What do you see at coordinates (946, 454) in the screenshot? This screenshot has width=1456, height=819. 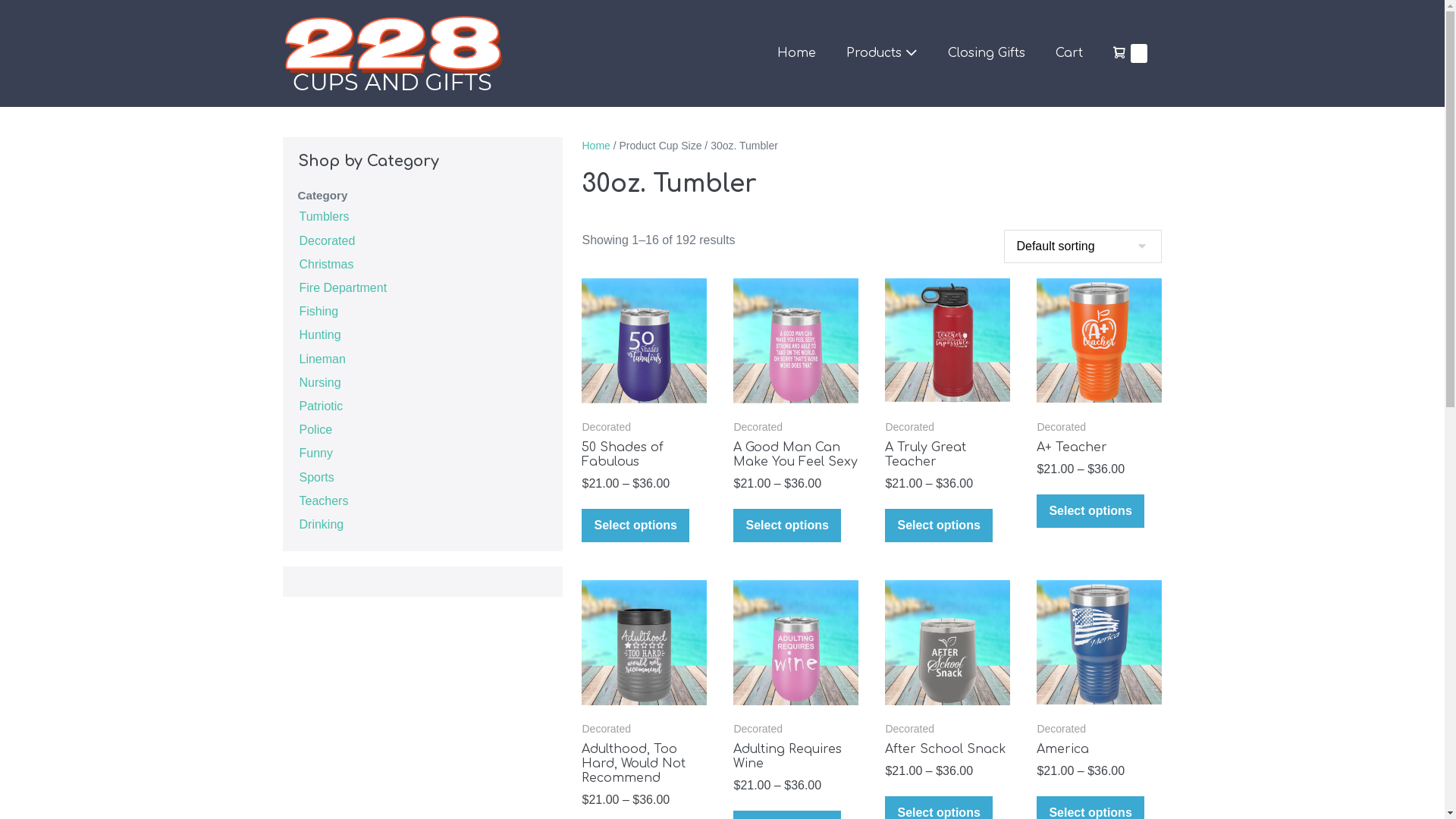 I see `'A Truly Great Teacher'` at bounding box center [946, 454].